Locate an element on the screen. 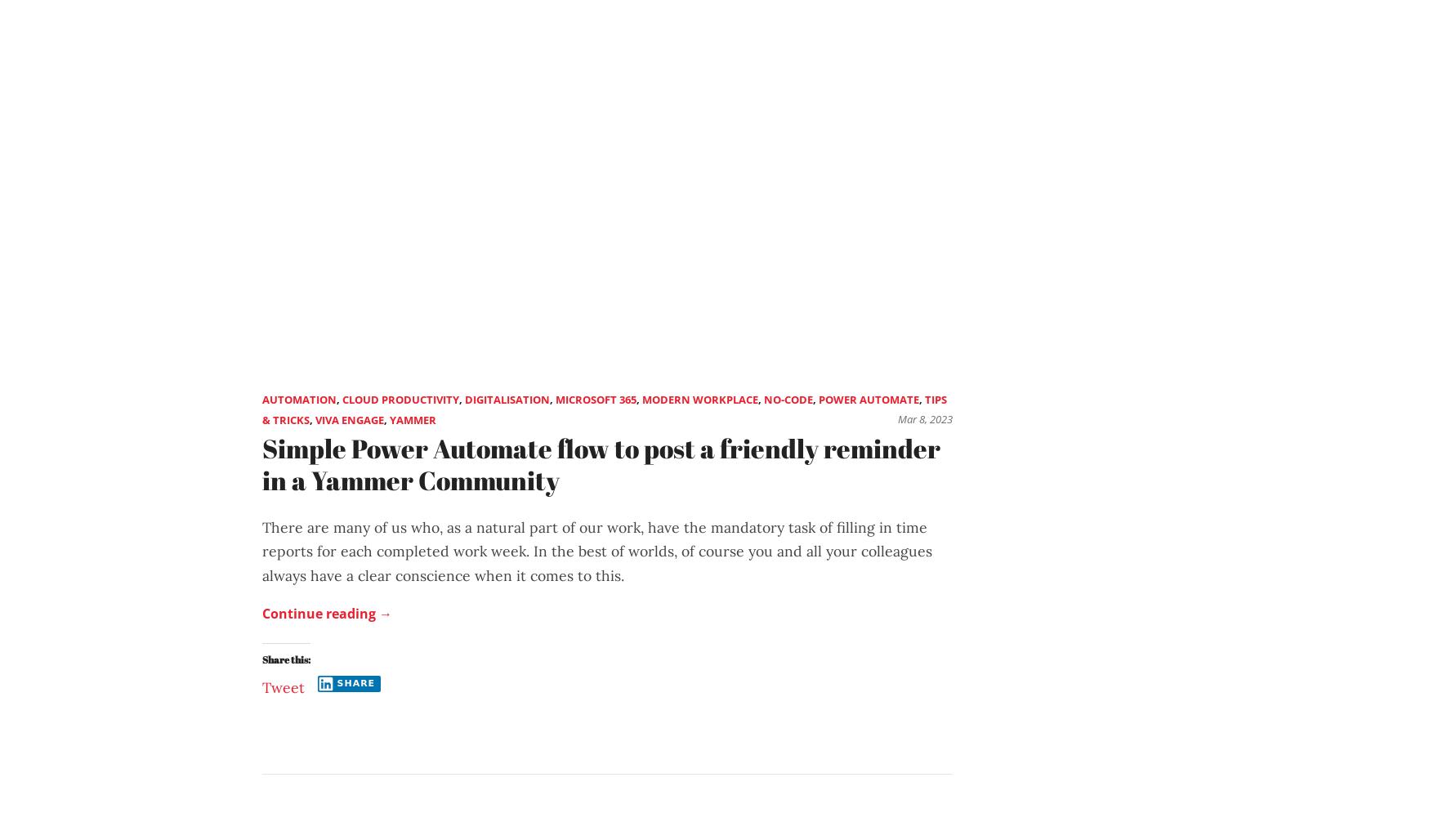  'Power Automate' is located at coordinates (818, 399).